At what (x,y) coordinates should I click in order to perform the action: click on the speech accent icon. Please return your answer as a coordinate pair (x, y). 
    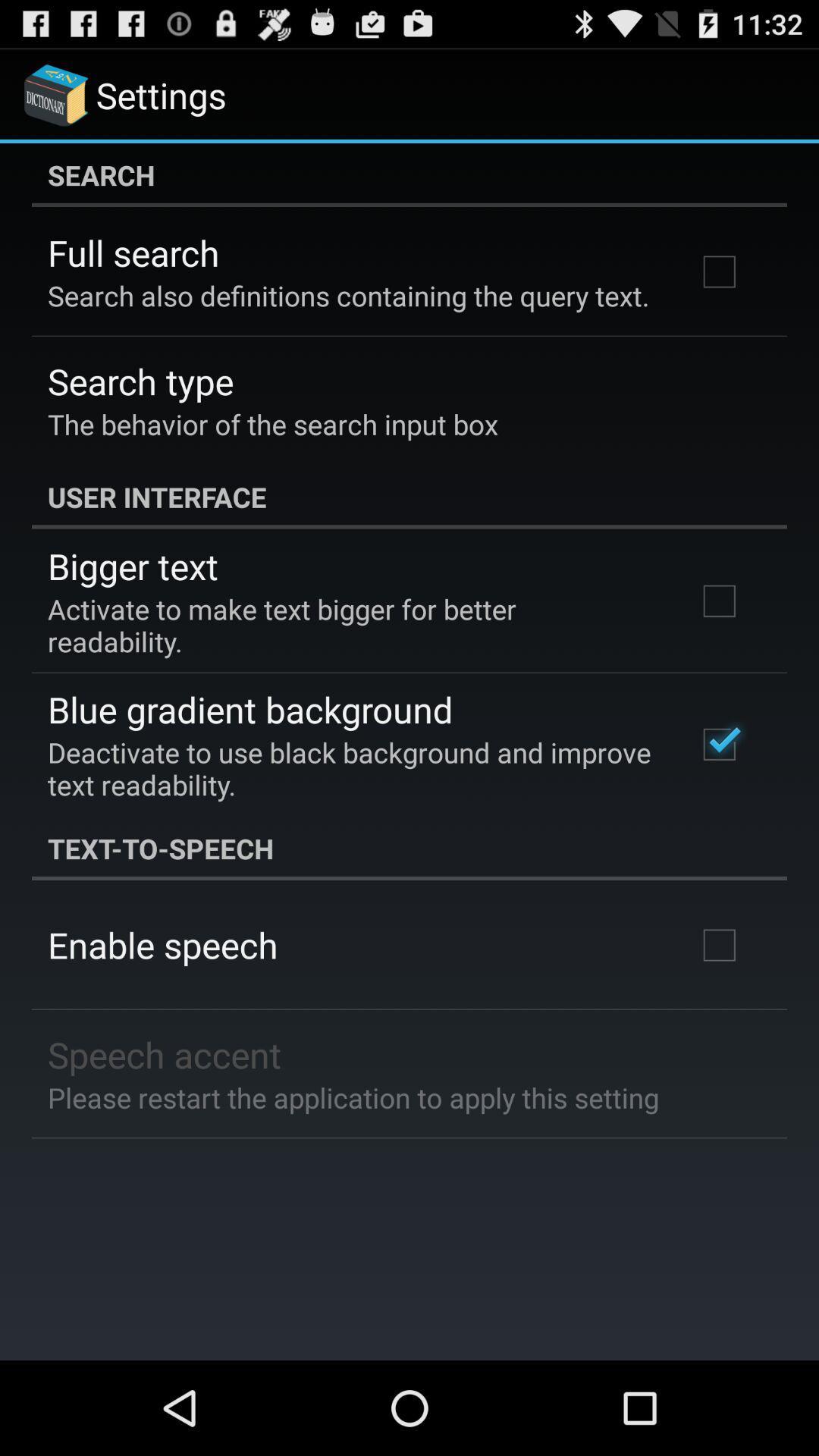
    Looking at the image, I should click on (165, 1053).